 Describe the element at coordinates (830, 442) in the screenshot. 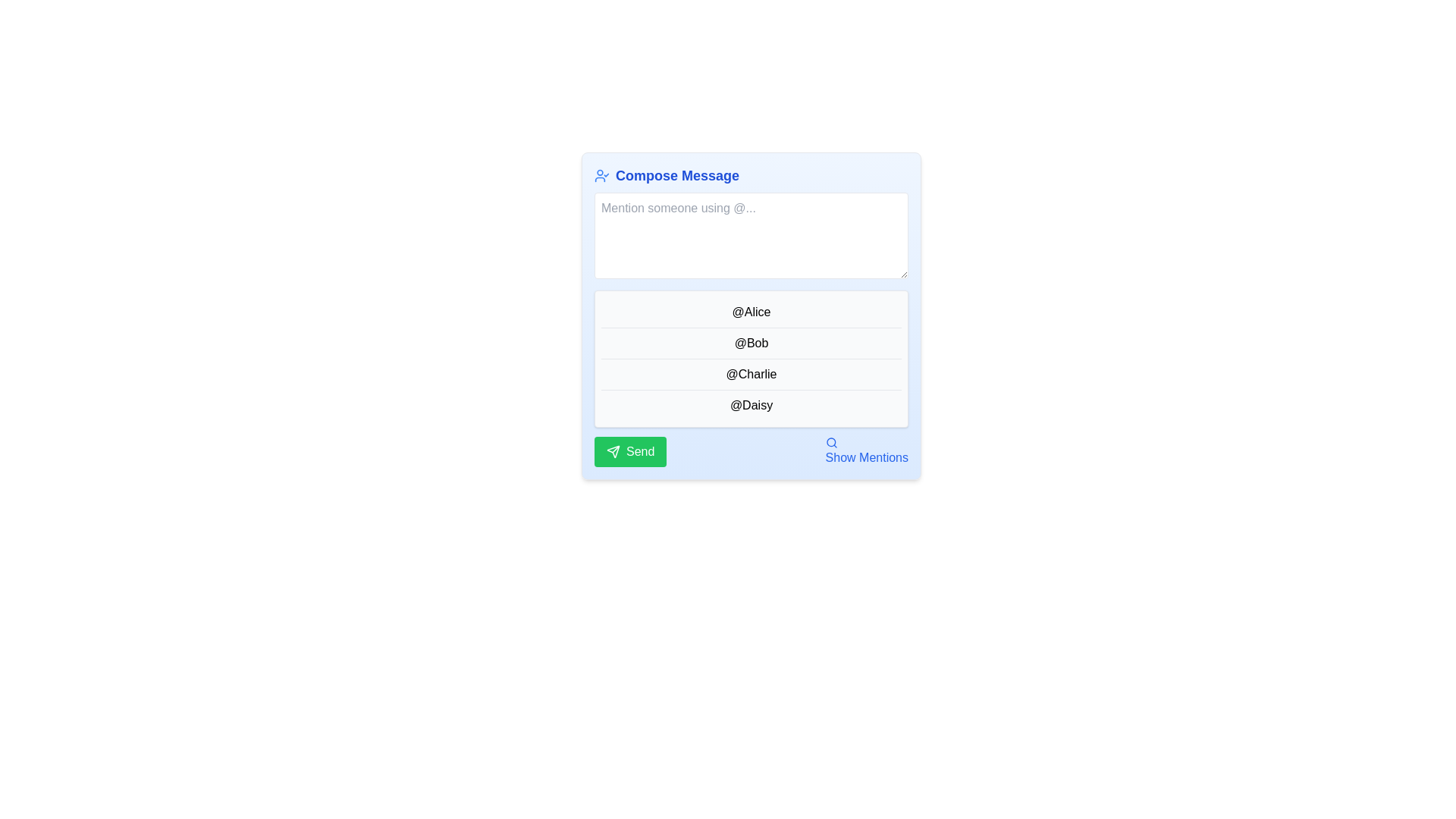

I see `the small magnifying glass icon, which has a blue outline and is located to the left of the 'Show Mentions' text at the bottom-right corner of the interface` at that location.